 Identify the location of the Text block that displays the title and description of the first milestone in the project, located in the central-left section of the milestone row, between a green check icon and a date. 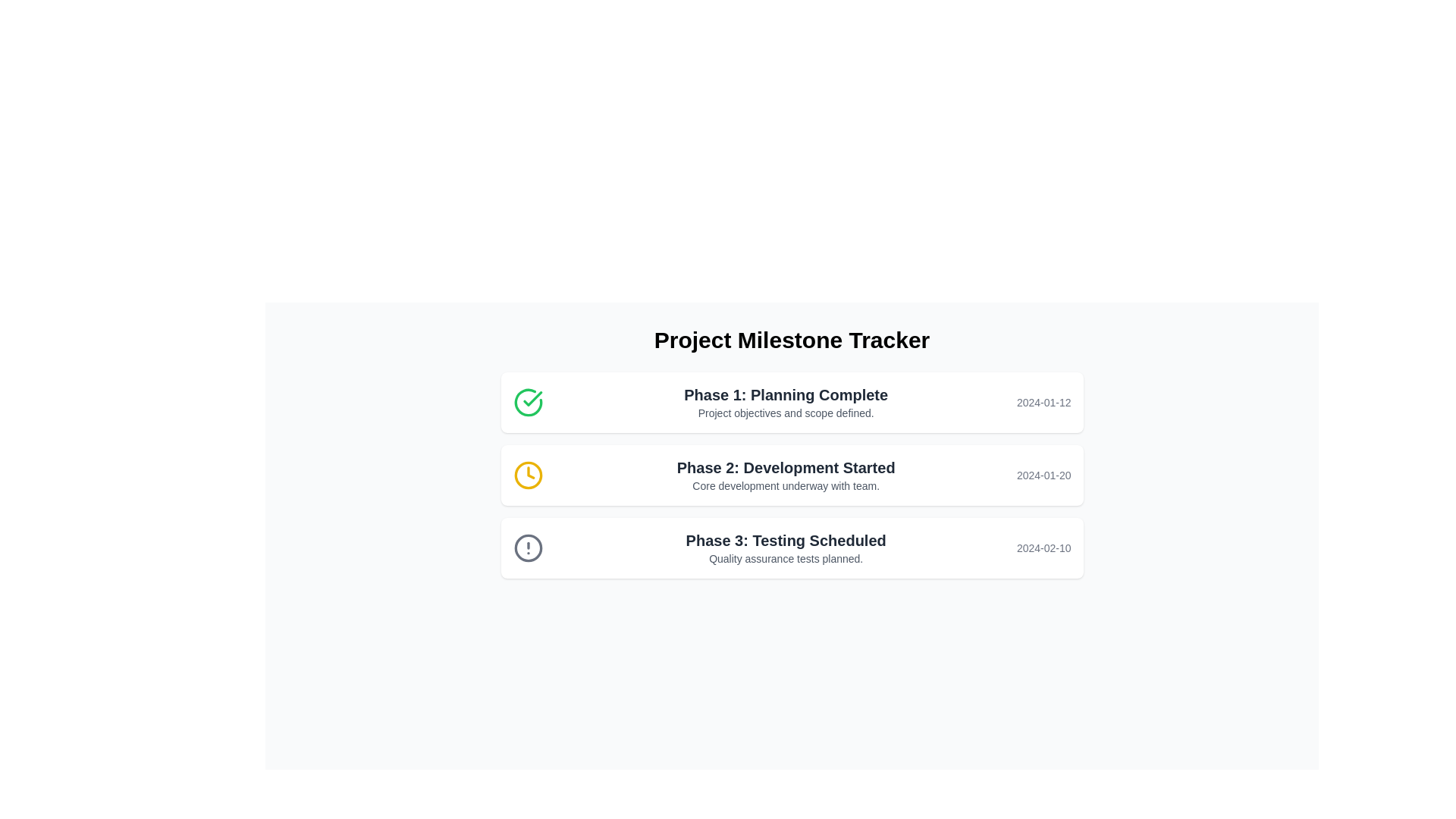
(786, 402).